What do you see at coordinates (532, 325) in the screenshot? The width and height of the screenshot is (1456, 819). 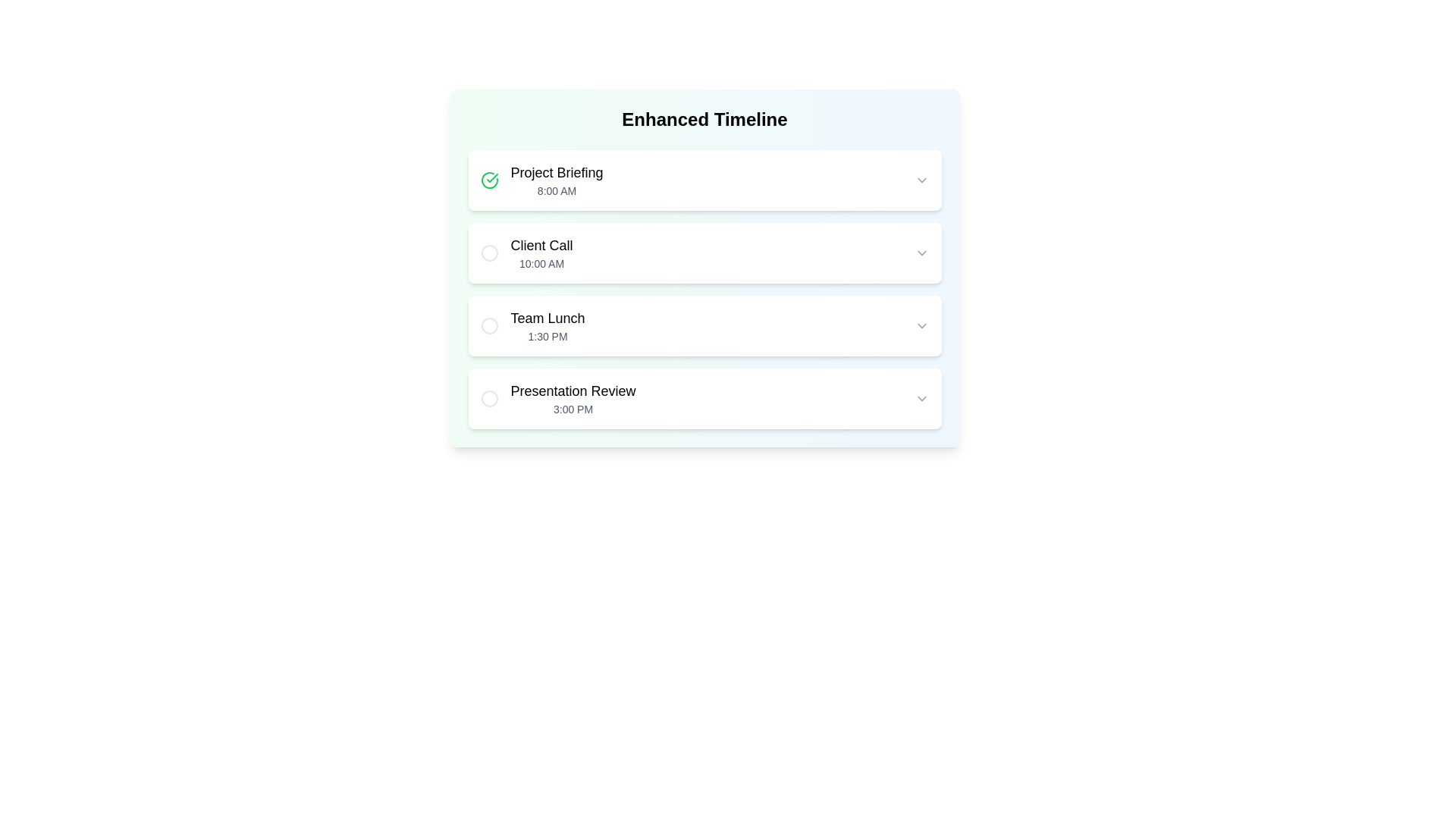 I see `the timeline entry titled 'Team Lunch' scheduled at 1:30 PM` at bounding box center [532, 325].